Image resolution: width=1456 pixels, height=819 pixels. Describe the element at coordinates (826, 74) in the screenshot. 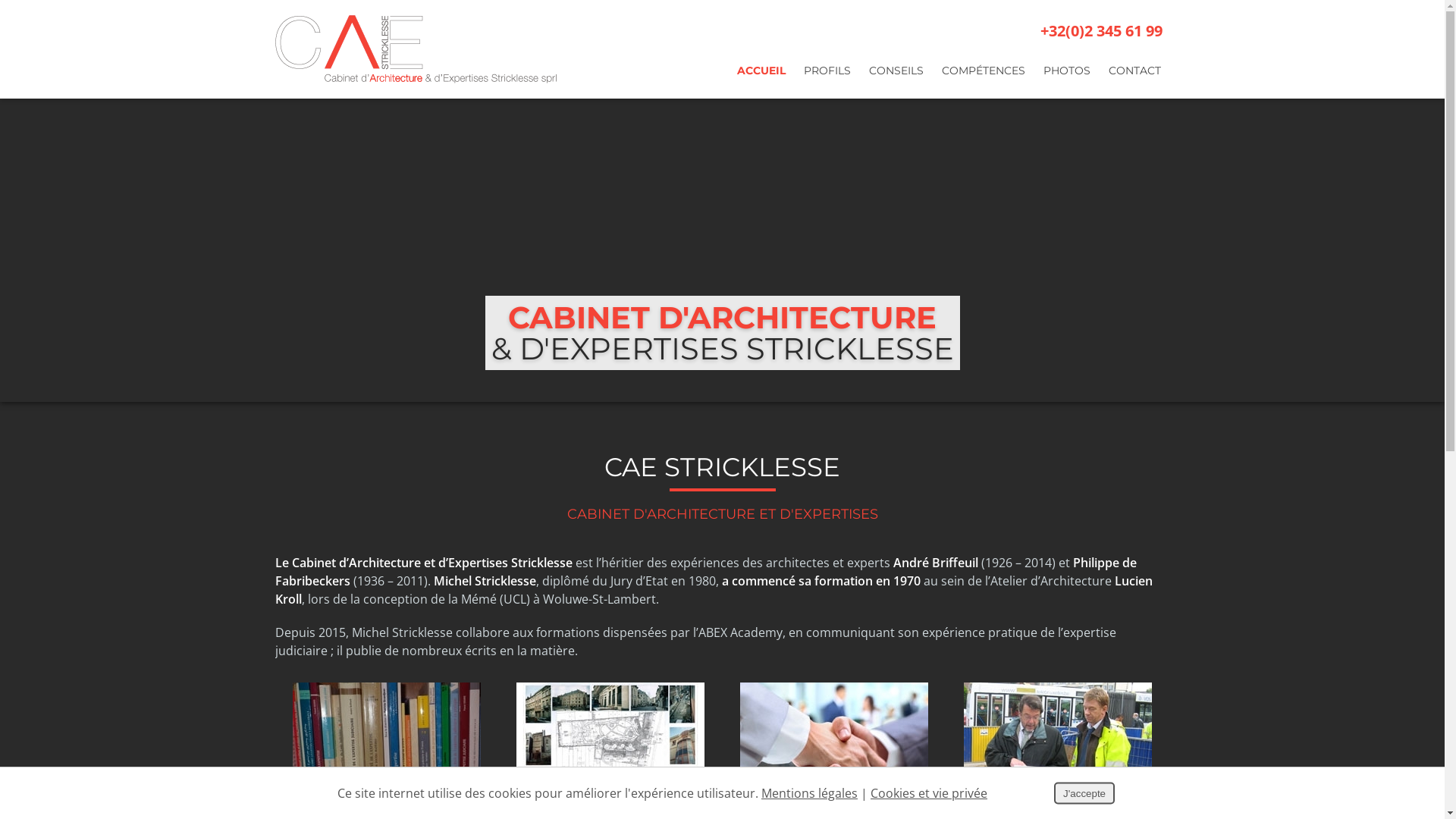

I see `'PROFILS'` at that location.